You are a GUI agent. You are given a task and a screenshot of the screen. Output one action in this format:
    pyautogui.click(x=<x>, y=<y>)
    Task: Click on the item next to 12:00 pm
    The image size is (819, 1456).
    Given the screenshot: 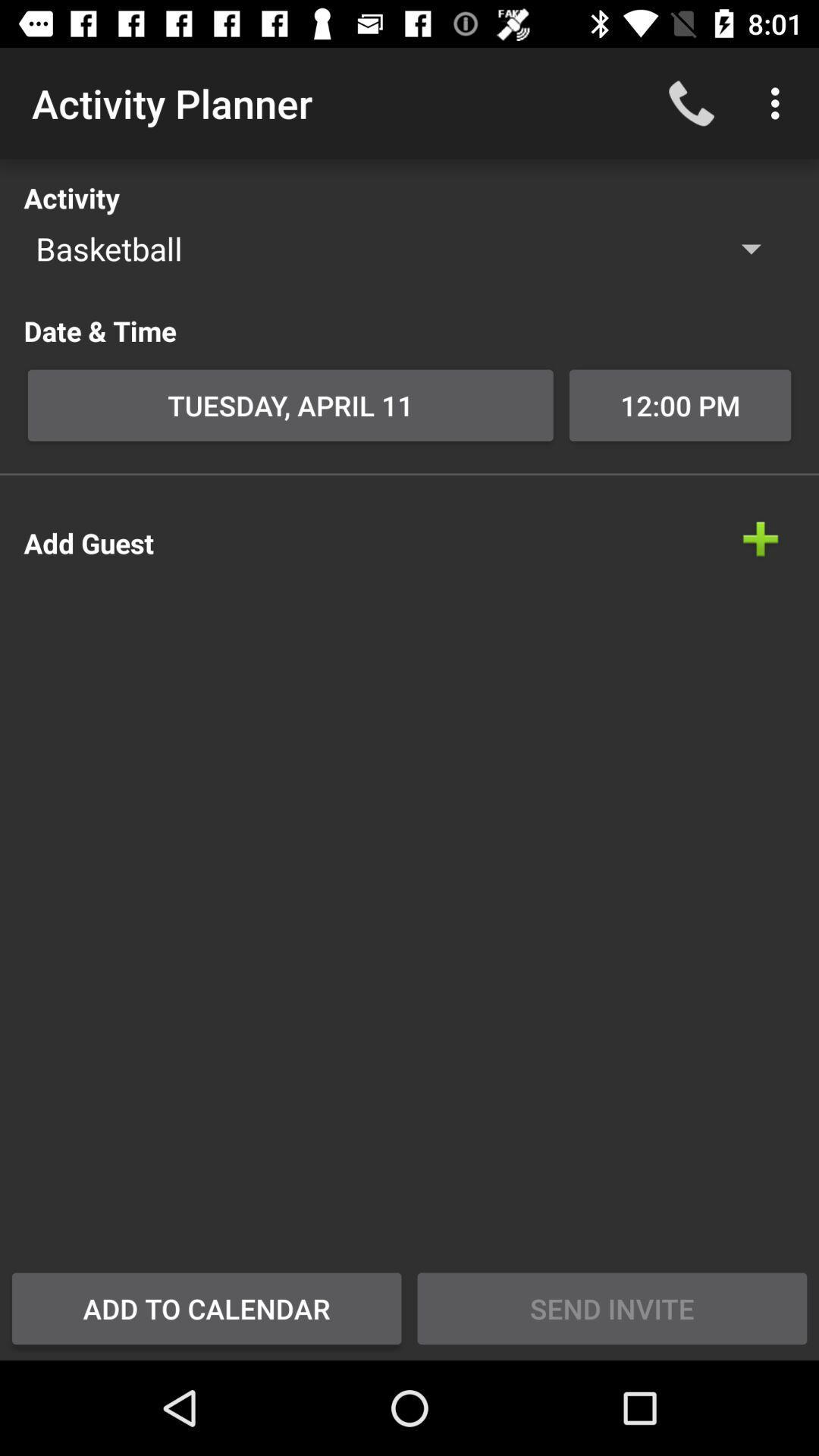 What is the action you would take?
    pyautogui.click(x=290, y=405)
    